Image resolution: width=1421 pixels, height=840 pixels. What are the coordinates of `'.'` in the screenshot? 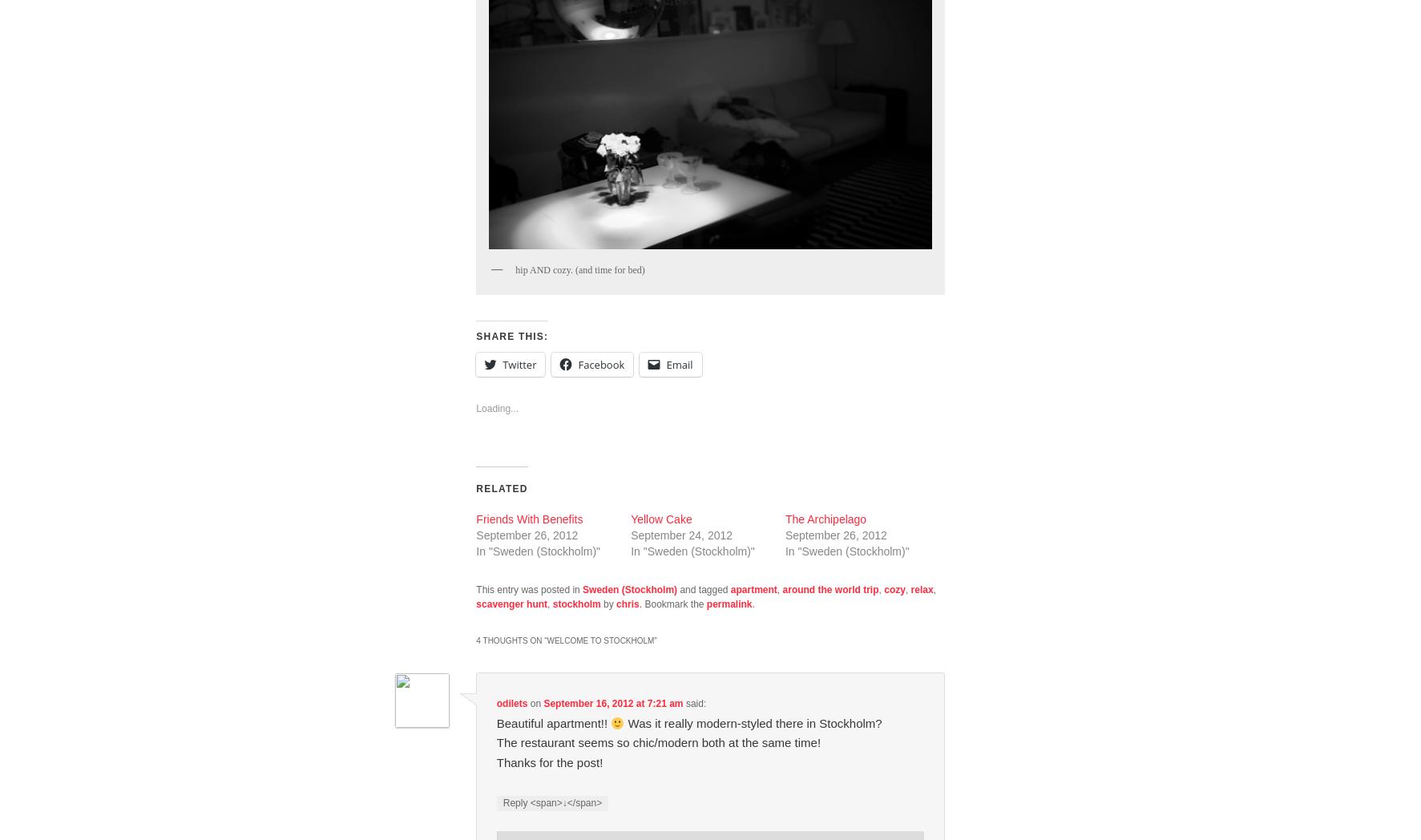 It's located at (753, 603).